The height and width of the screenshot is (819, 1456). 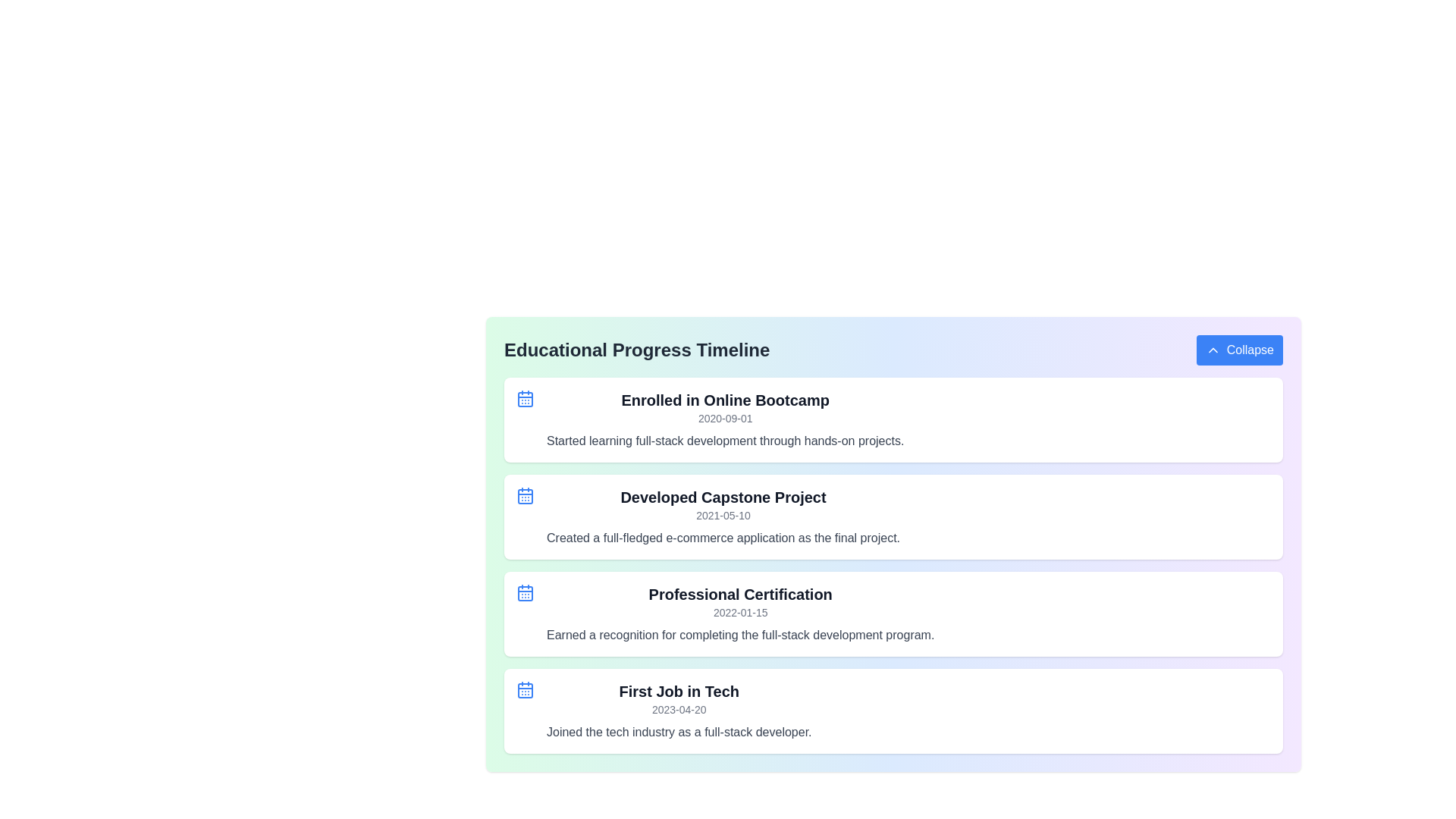 What do you see at coordinates (525, 690) in the screenshot?
I see `the calendar icon located to the left of the 'First Job in Tech' text and above the date '2023-04-20'` at bounding box center [525, 690].